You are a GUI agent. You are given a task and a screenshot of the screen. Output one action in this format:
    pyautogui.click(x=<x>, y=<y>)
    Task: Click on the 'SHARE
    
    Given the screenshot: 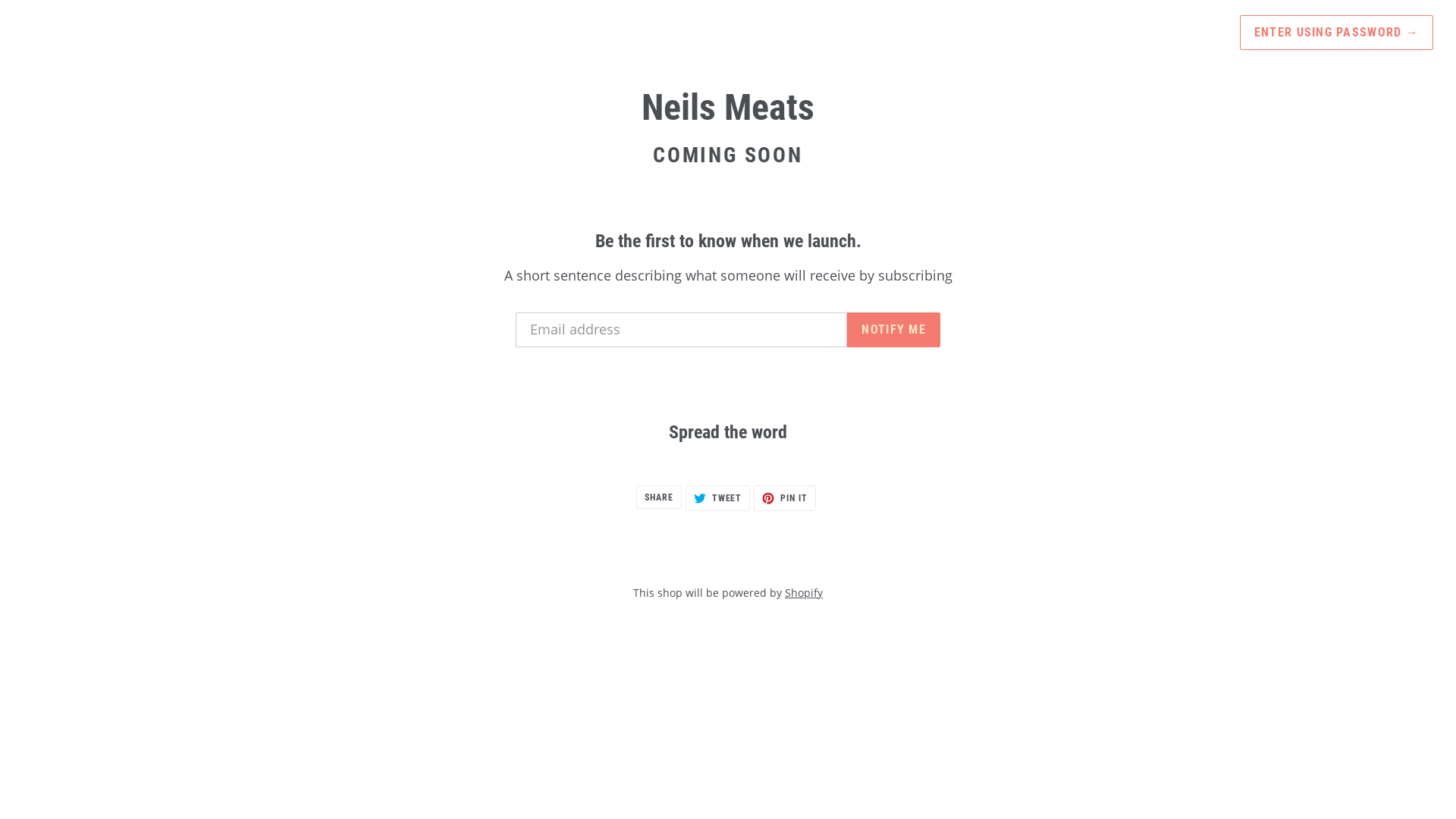 What is the action you would take?
    pyautogui.click(x=658, y=497)
    